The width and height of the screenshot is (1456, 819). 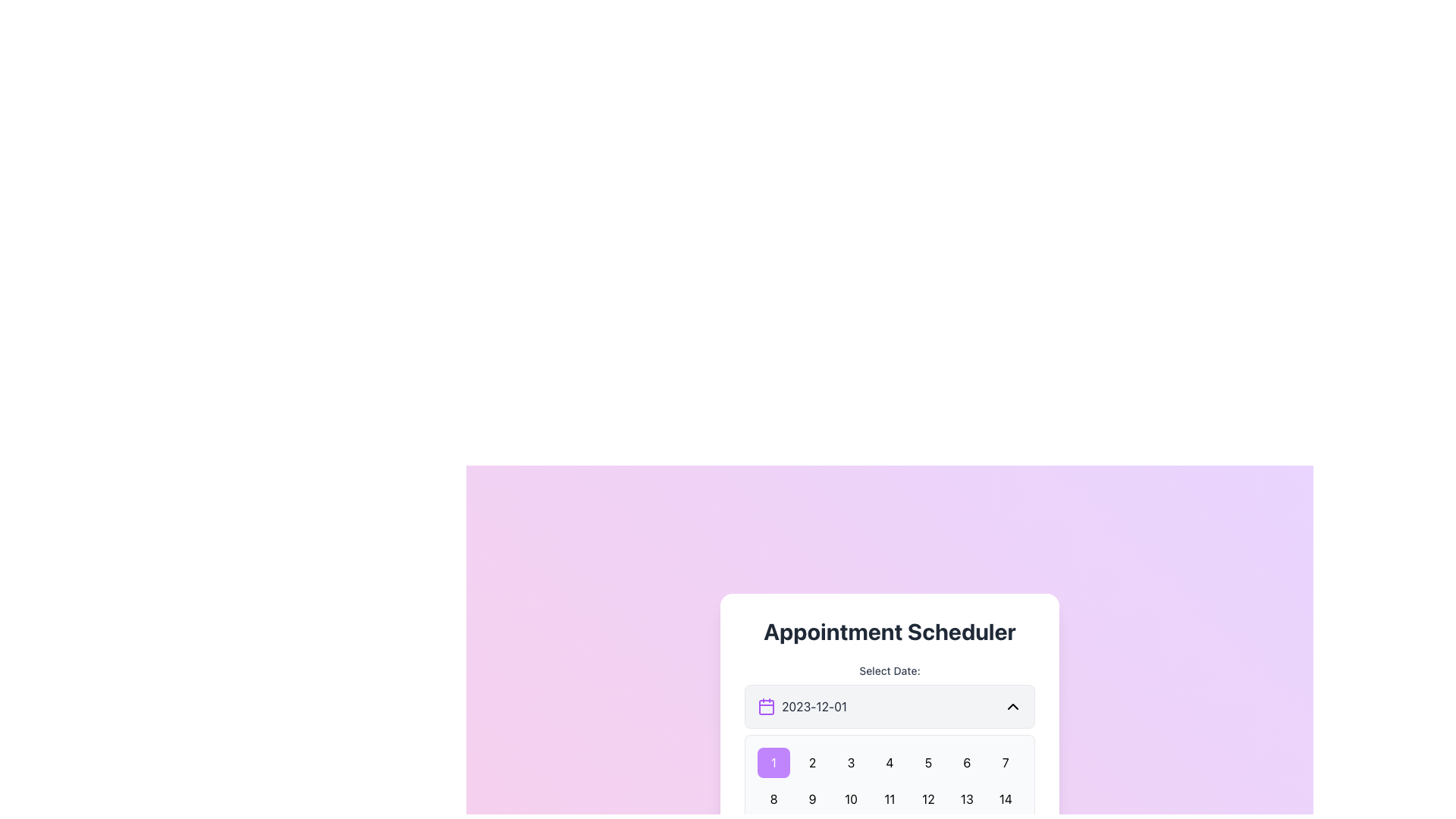 I want to click on the upward-pointing chevron SVG icon located at the right side of the date '2023-12-01', so click(x=1012, y=707).